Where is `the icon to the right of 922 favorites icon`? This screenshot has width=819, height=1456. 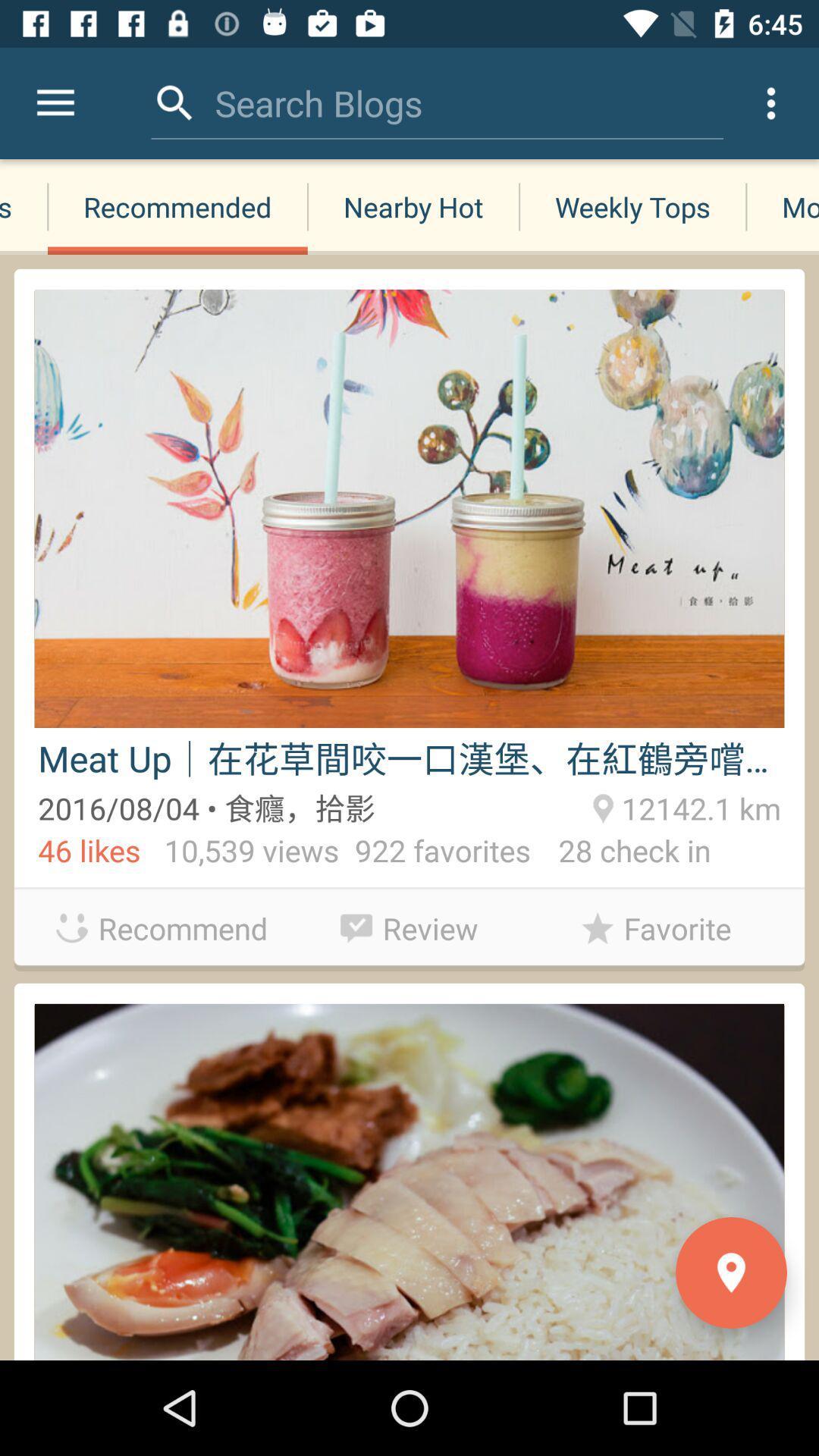 the icon to the right of 922 favorites icon is located at coordinates (620, 854).